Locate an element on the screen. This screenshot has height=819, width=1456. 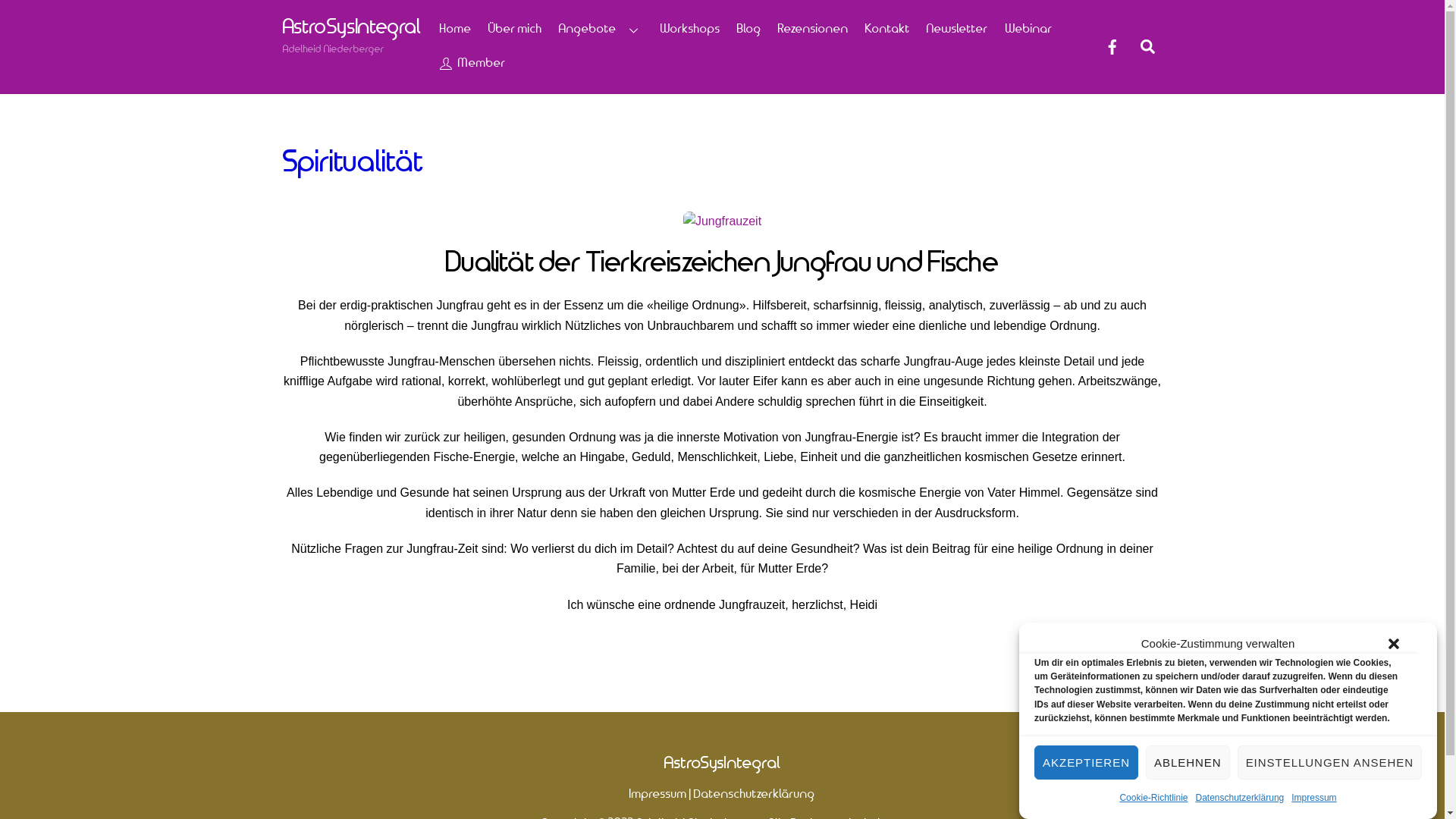
'Rezensionen' is located at coordinates (811, 29).